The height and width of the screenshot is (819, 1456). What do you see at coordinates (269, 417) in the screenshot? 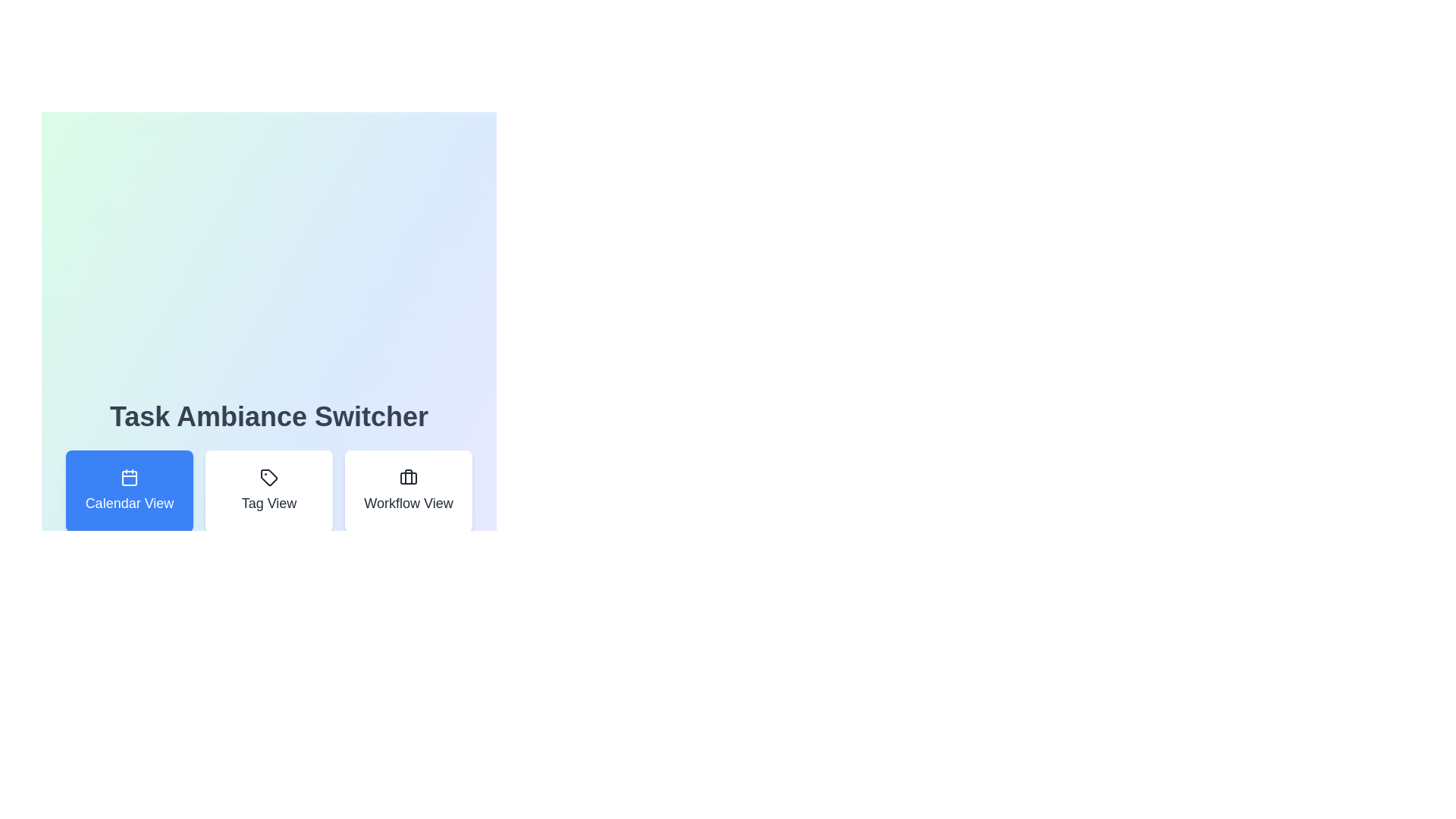
I see `the static text label styled as a heading, located at the top-center of the interface, directly above the interactive cards labeled 'Calendar View', 'Tag View', and 'Workflow View'` at bounding box center [269, 417].